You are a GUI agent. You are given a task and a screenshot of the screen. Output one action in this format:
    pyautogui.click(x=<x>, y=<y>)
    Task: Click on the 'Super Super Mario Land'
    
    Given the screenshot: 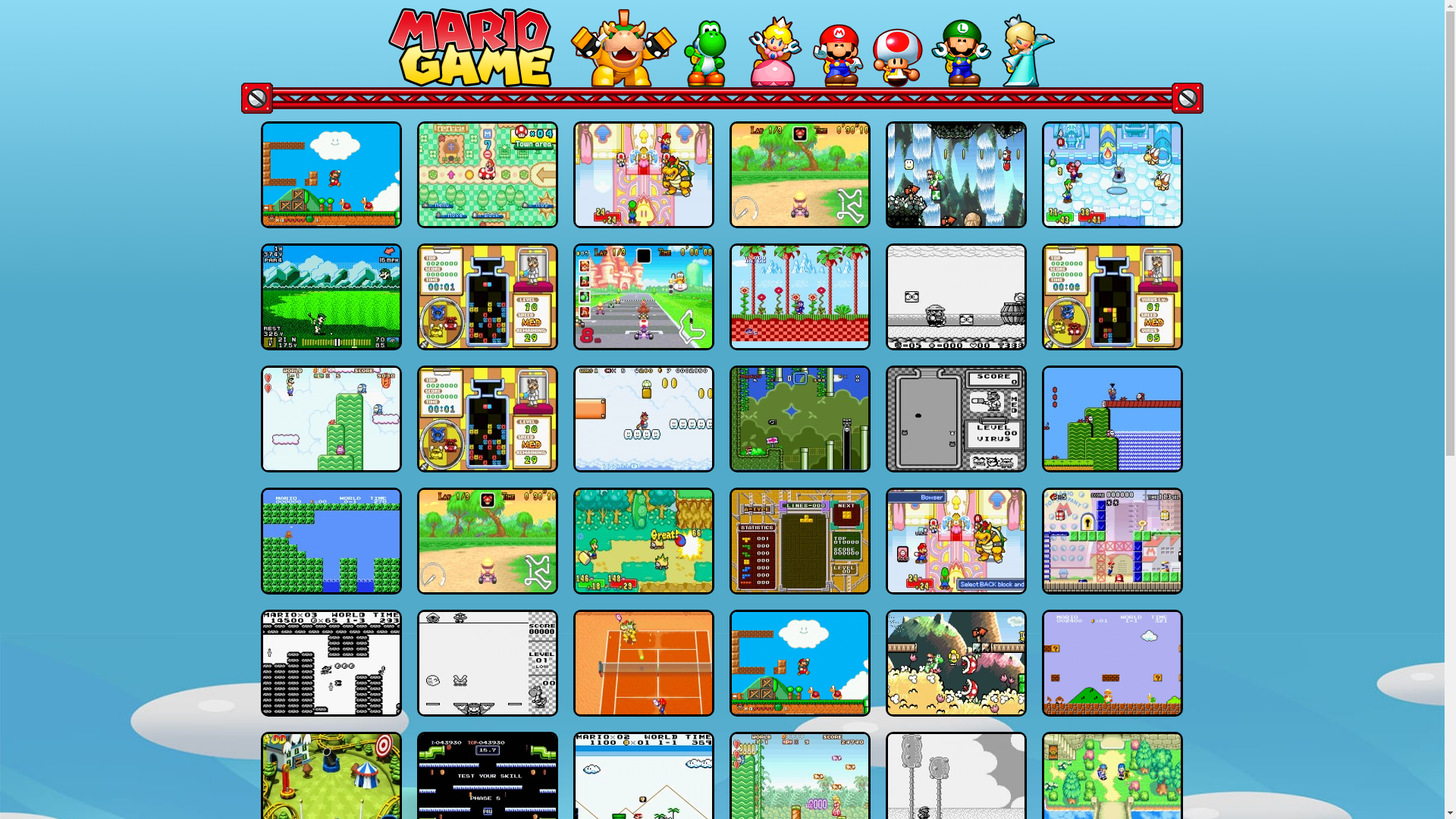 What is the action you would take?
    pyautogui.click(x=330, y=661)
    